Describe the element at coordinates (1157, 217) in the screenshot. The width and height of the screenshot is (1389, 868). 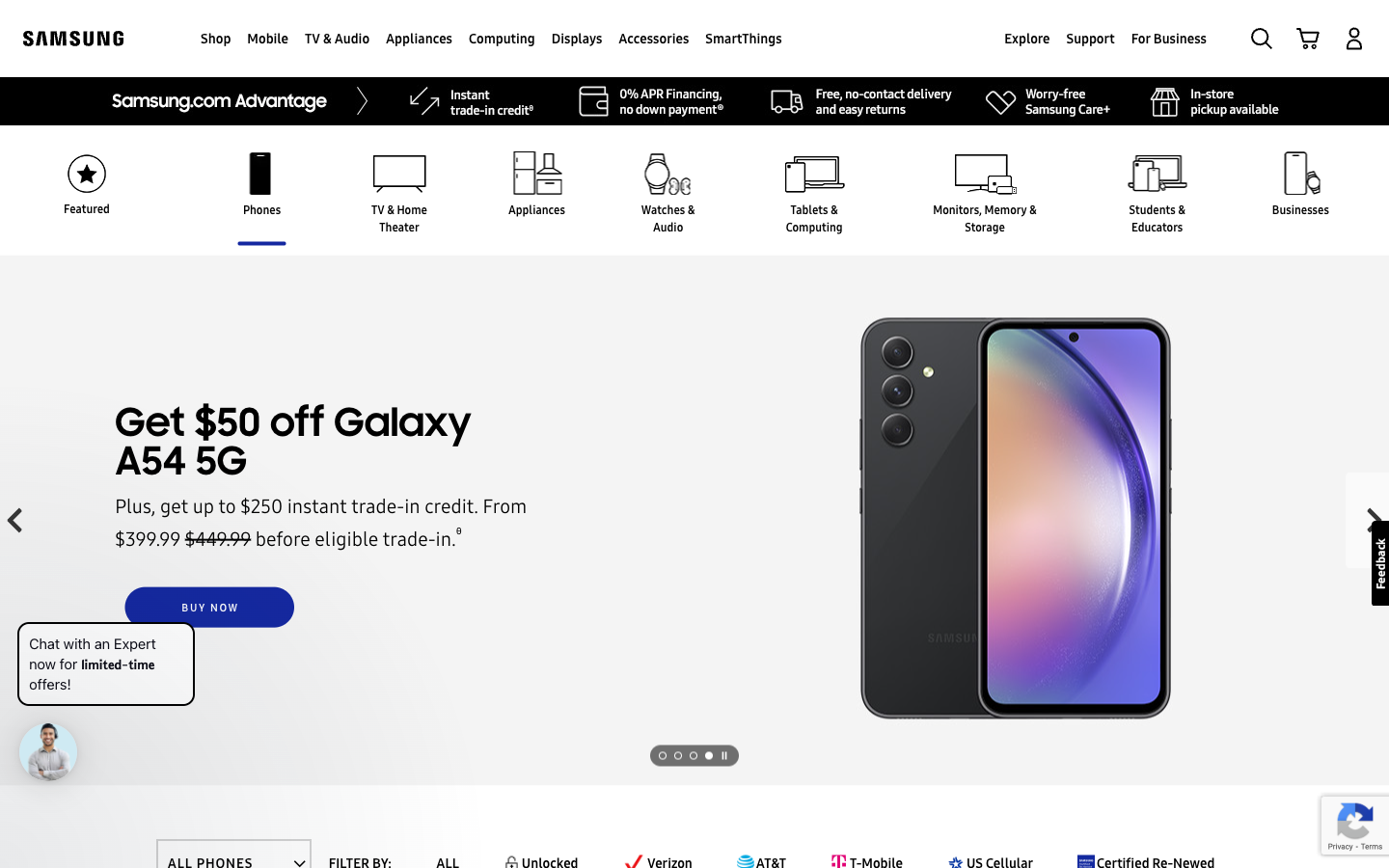
I see `the section displaying goods for Students and Educators` at that location.